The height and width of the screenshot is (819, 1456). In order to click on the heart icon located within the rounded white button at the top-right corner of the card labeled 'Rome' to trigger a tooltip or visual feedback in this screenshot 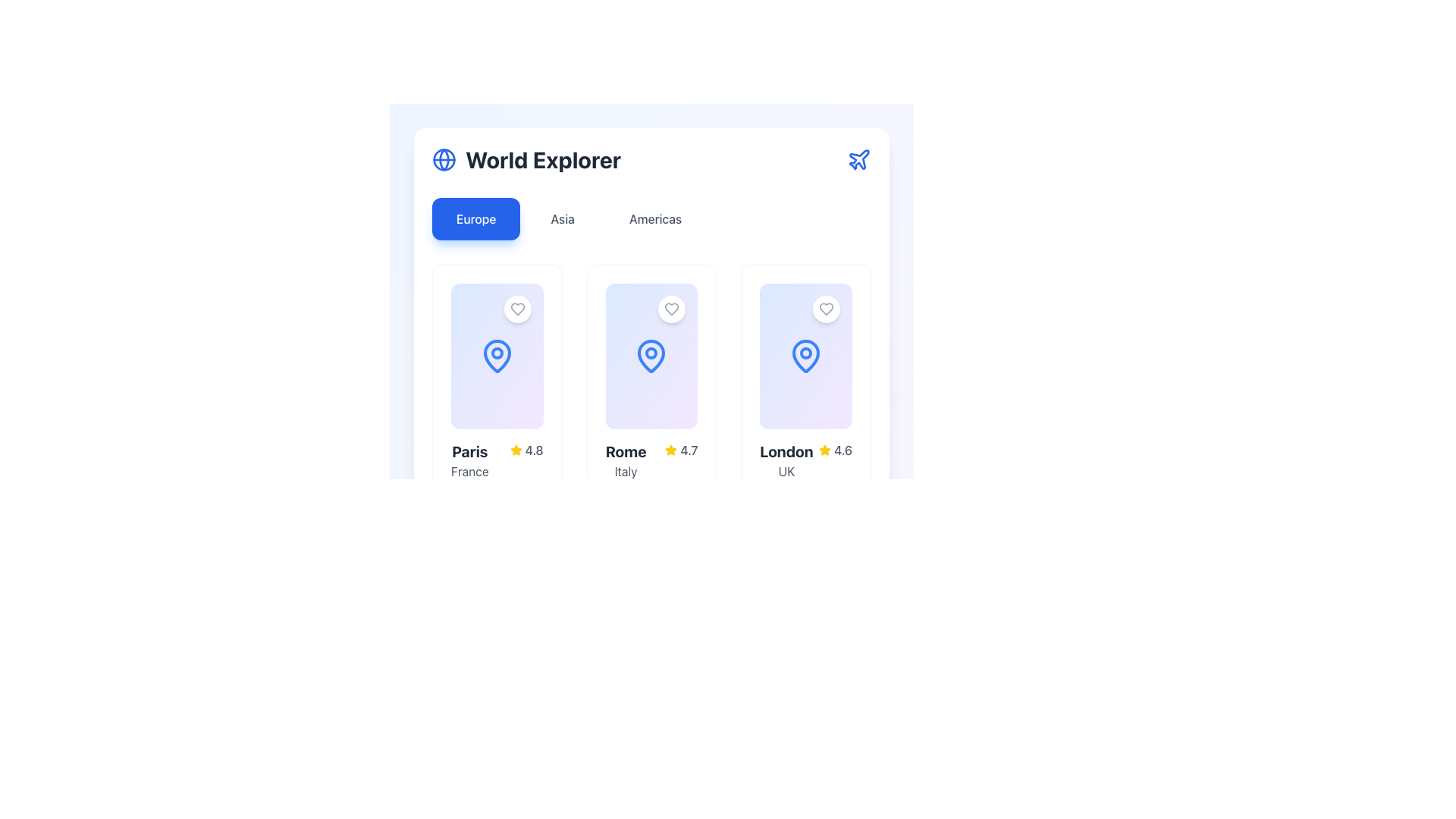, I will do `click(671, 309)`.